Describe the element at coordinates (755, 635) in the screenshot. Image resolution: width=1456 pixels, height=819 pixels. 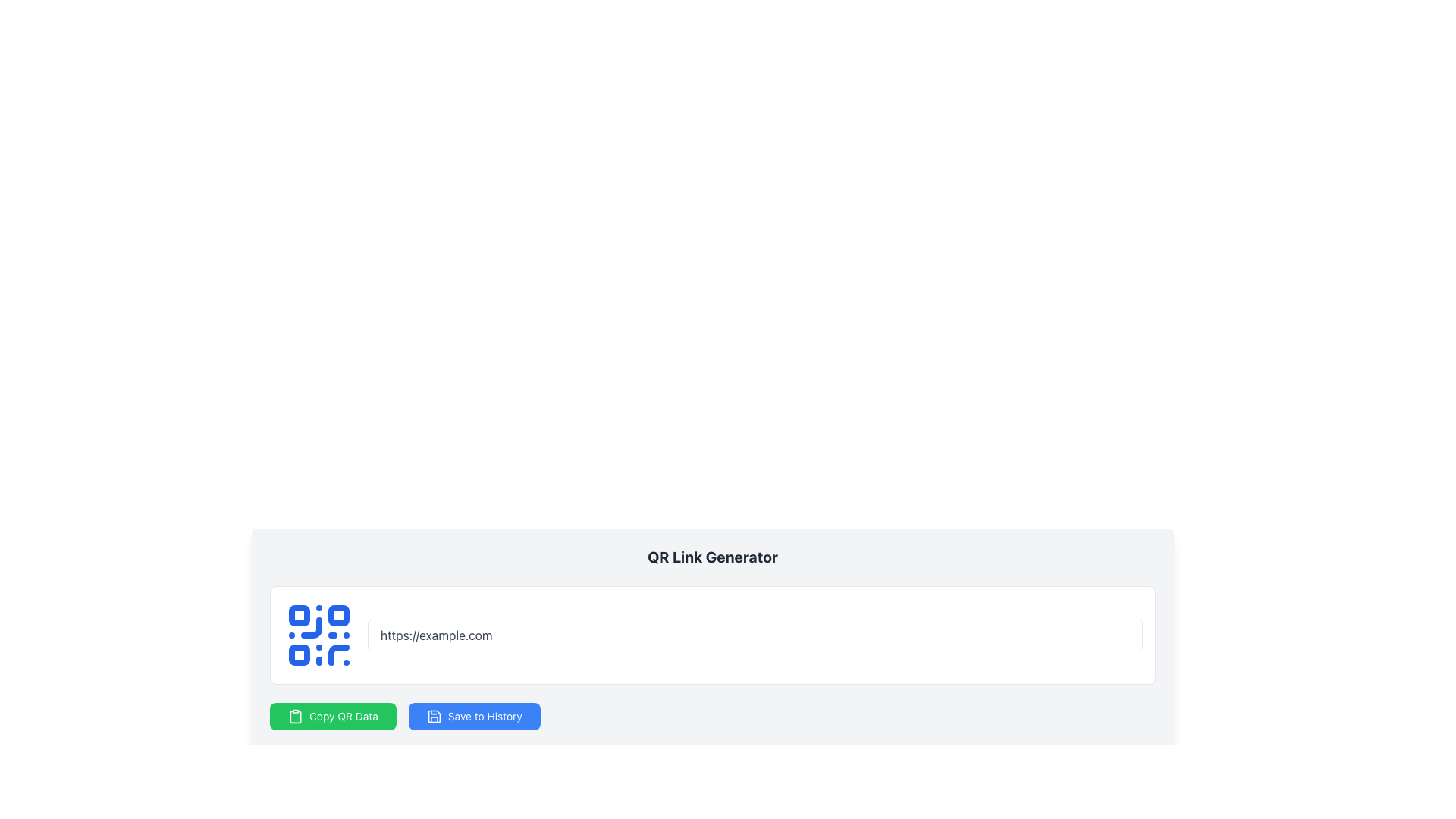
I see `to move the content within the horizontal text input field styled with rounded corners, light gray borders, and pre-filled with 'https://example.com'` at that location.